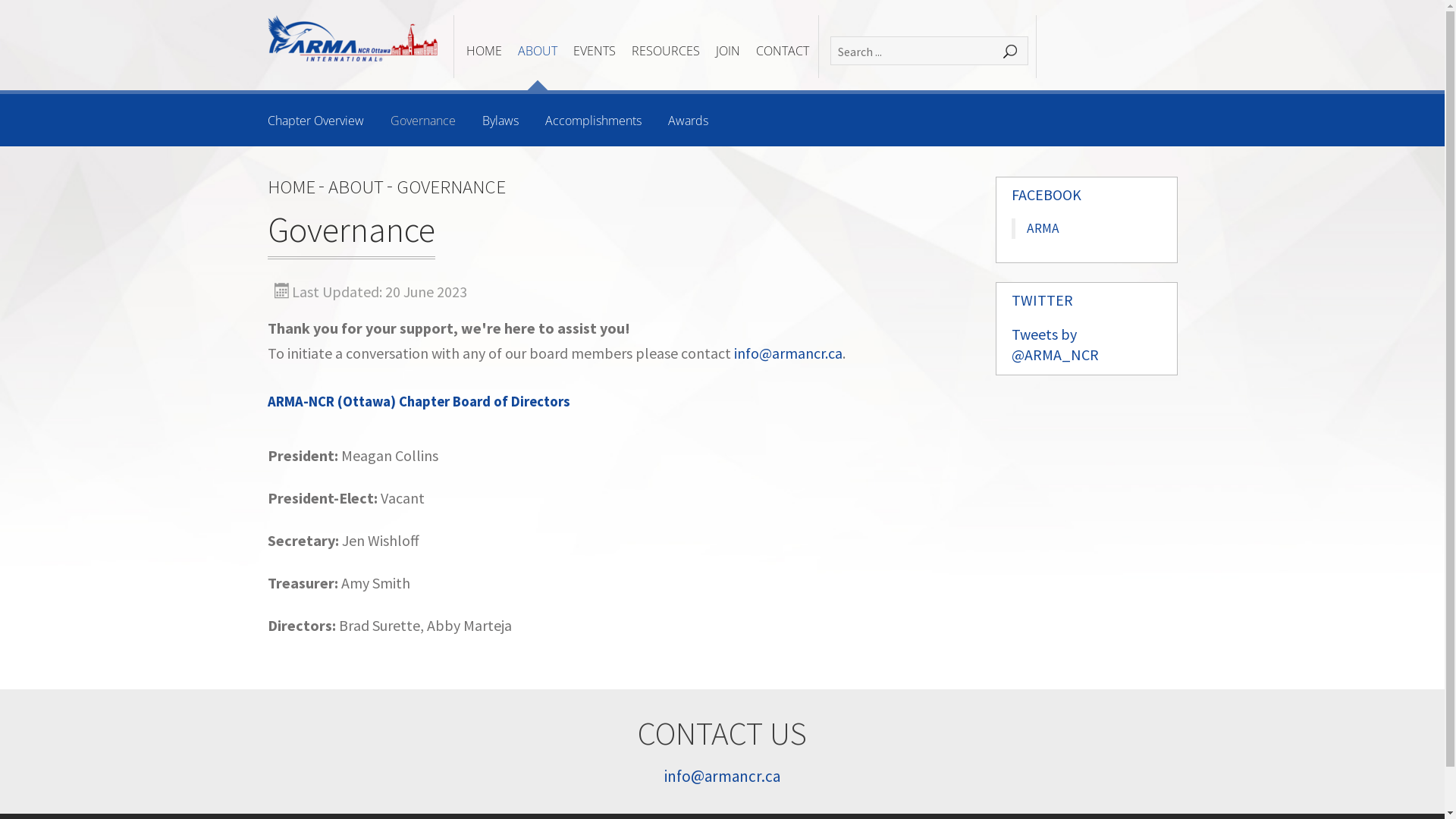 The width and height of the screenshot is (1456, 819). Describe the element at coordinates (686, 119) in the screenshot. I see `'Awards'` at that location.